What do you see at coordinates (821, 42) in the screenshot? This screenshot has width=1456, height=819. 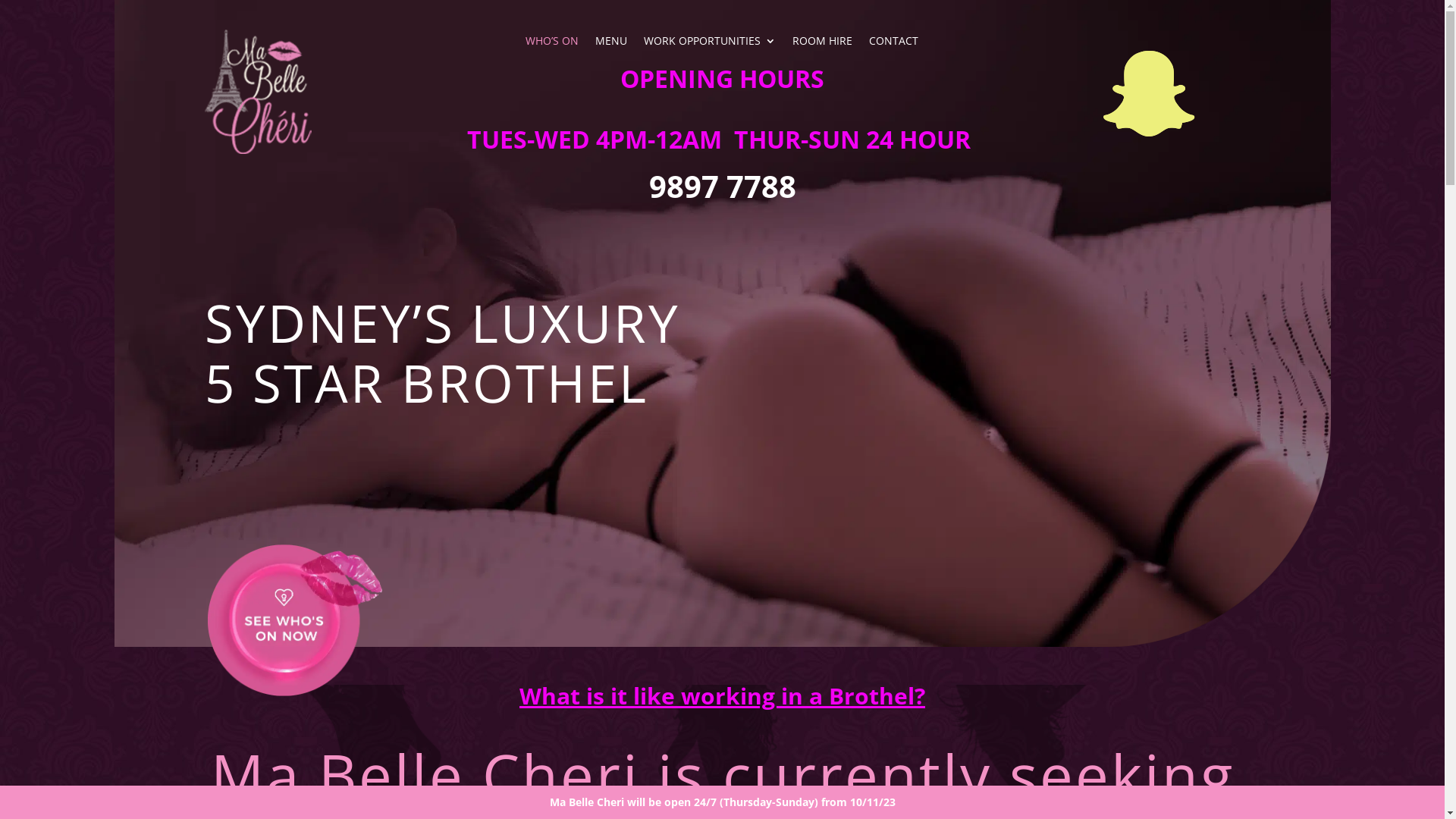 I see `'ROOM HIRE'` at bounding box center [821, 42].